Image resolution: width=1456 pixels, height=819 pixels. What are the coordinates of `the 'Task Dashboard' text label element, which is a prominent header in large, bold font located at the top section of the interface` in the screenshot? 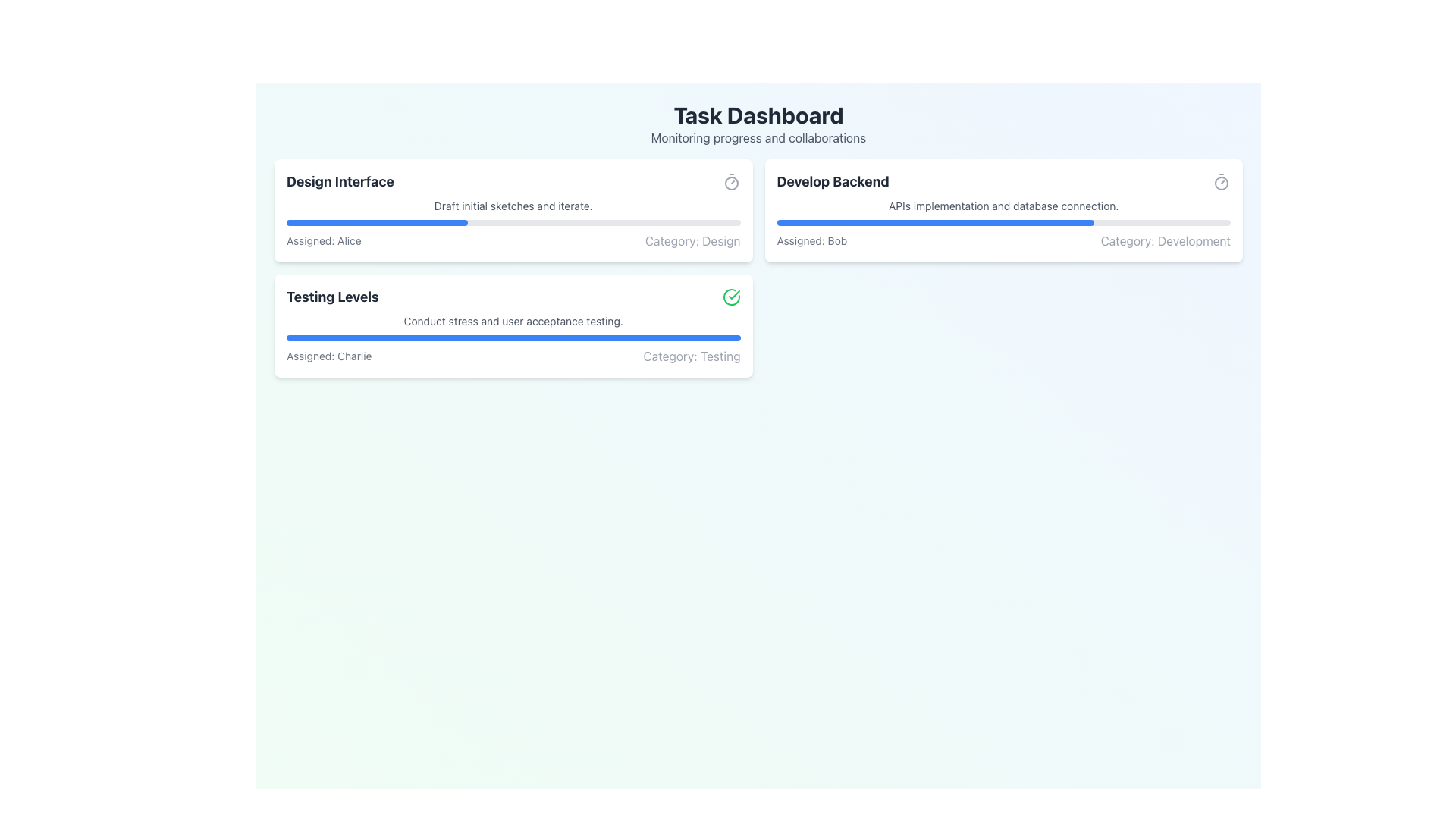 It's located at (758, 114).